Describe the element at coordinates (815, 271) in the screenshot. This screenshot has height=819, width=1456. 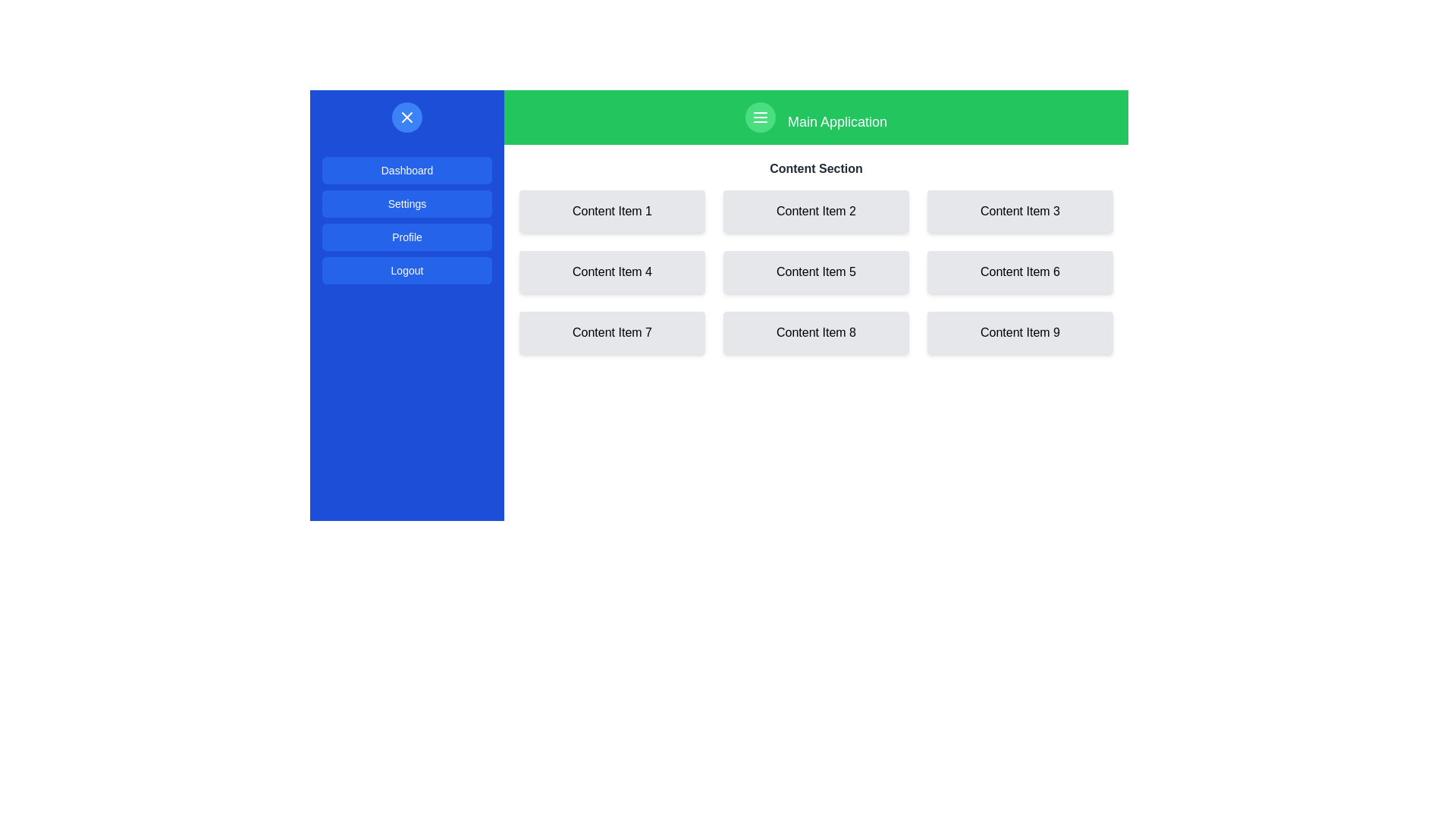
I see `the Static content box labeled 'Content Item 5' which has a light gray background and rounded corners` at that location.